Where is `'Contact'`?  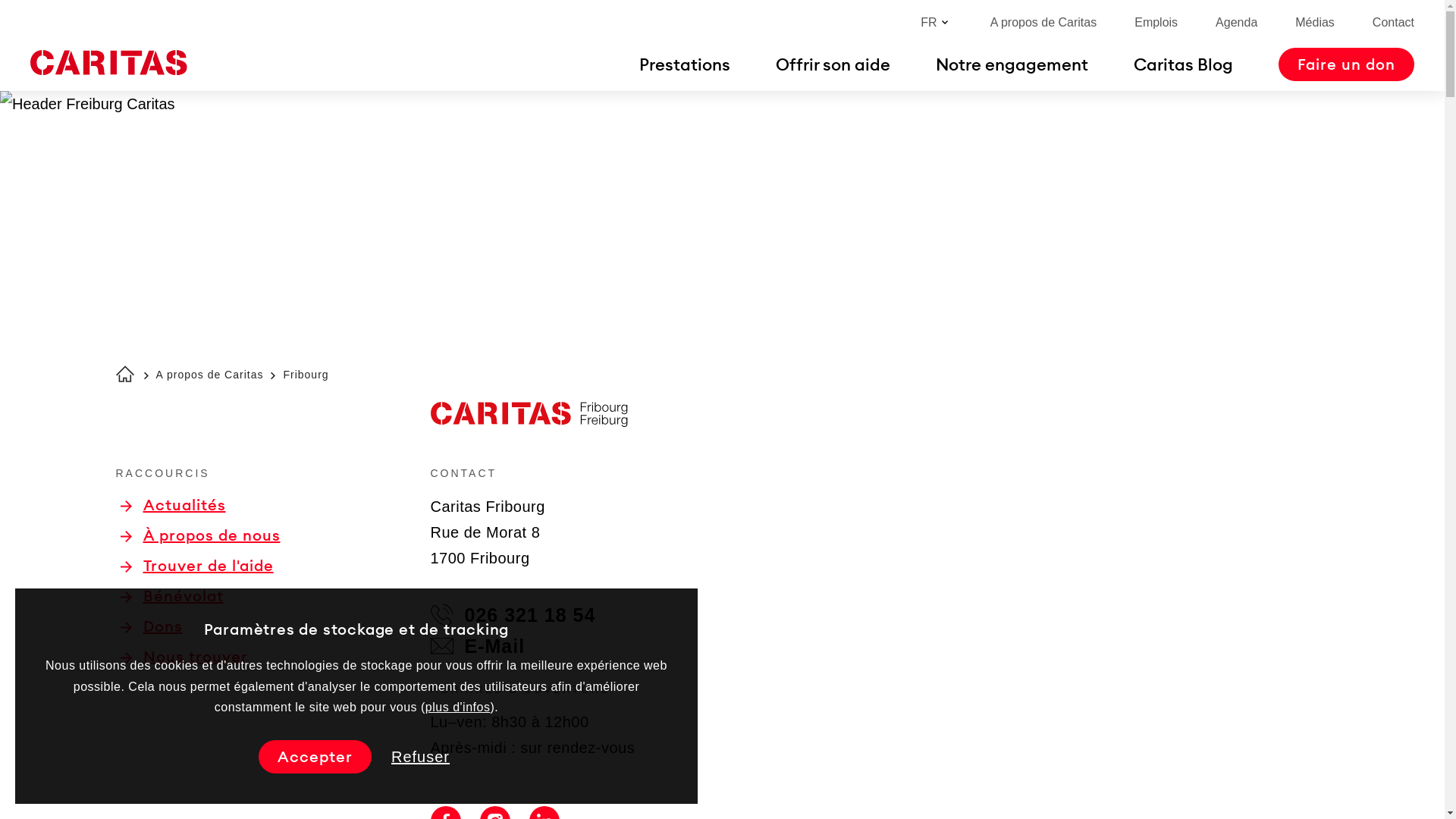
'Contact' is located at coordinates (1393, 22).